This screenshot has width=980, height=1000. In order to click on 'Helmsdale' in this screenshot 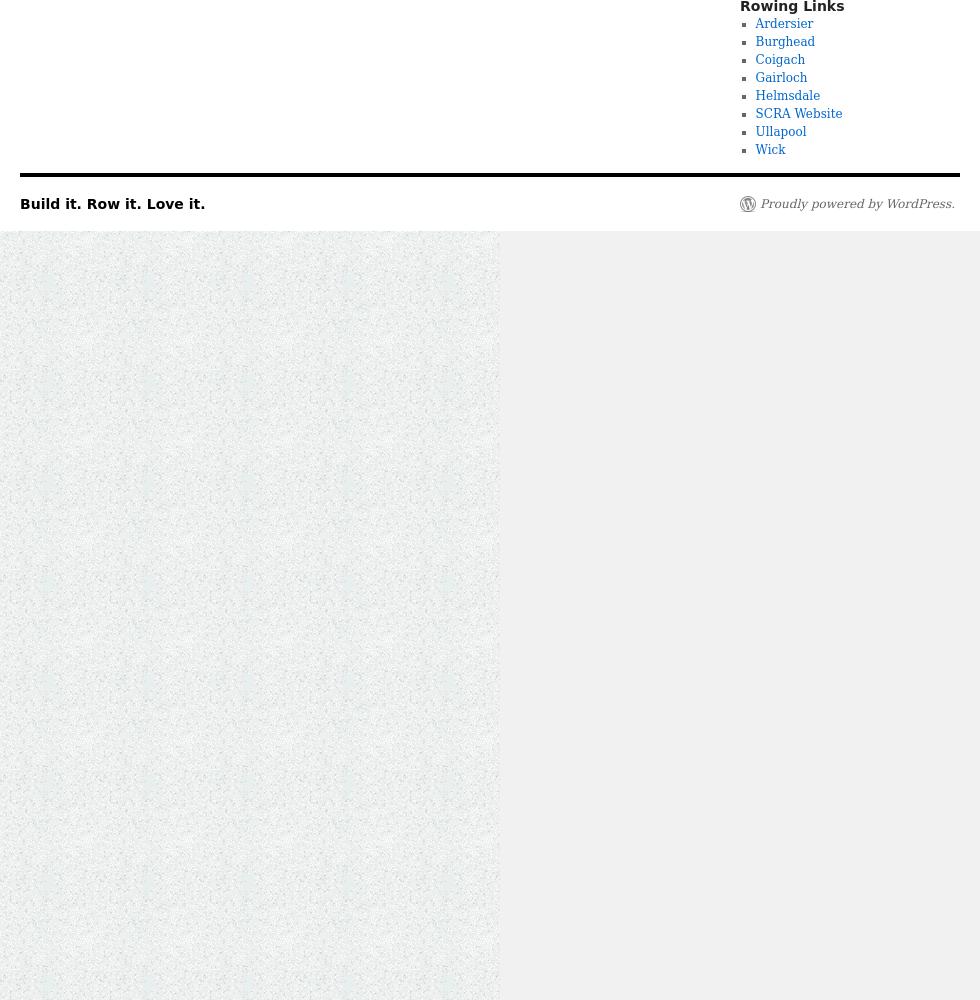, I will do `click(787, 95)`.